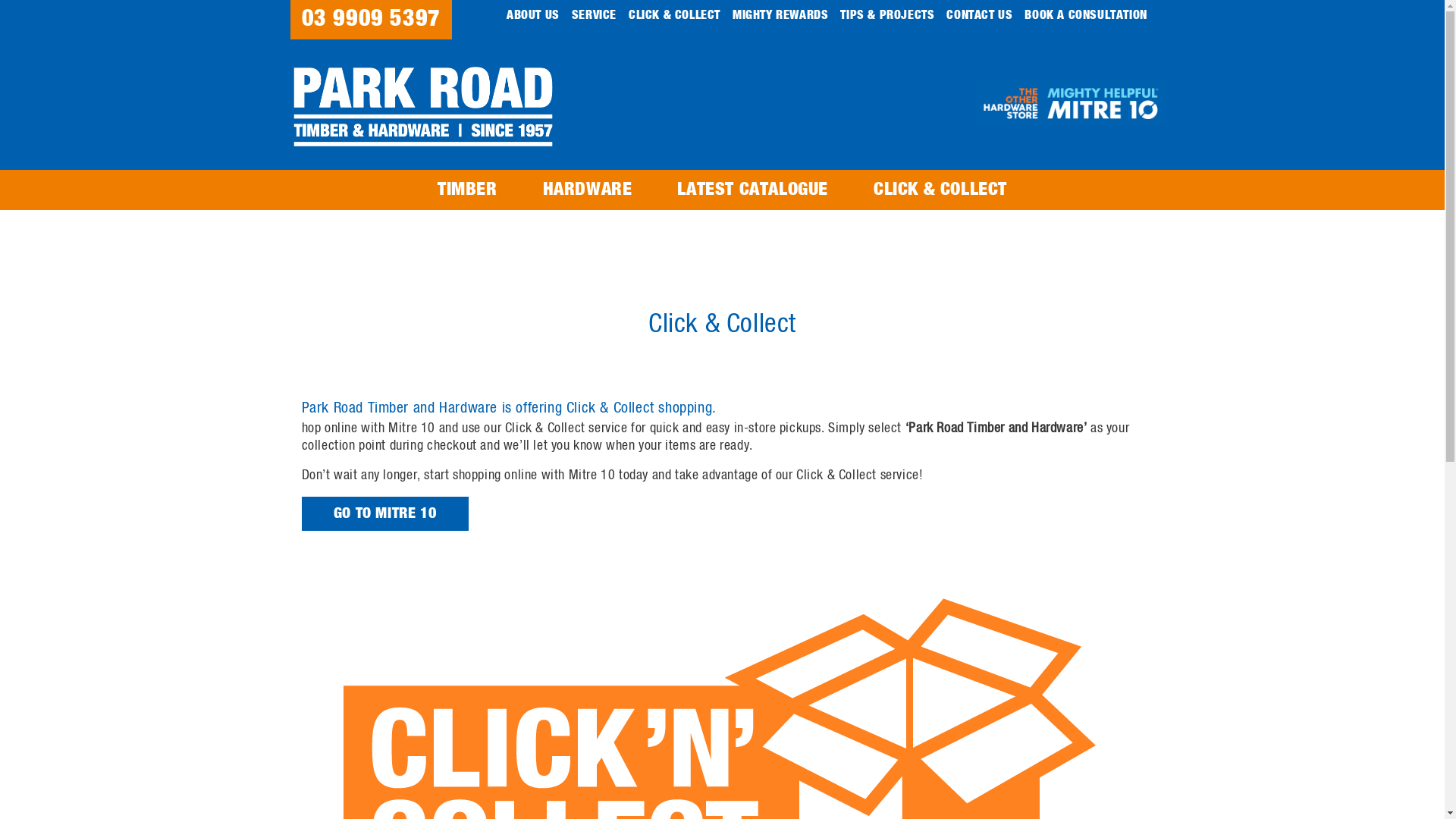  What do you see at coordinates (887, 14) in the screenshot?
I see `'TIPS & PROJECTS'` at bounding box center [887, 14].